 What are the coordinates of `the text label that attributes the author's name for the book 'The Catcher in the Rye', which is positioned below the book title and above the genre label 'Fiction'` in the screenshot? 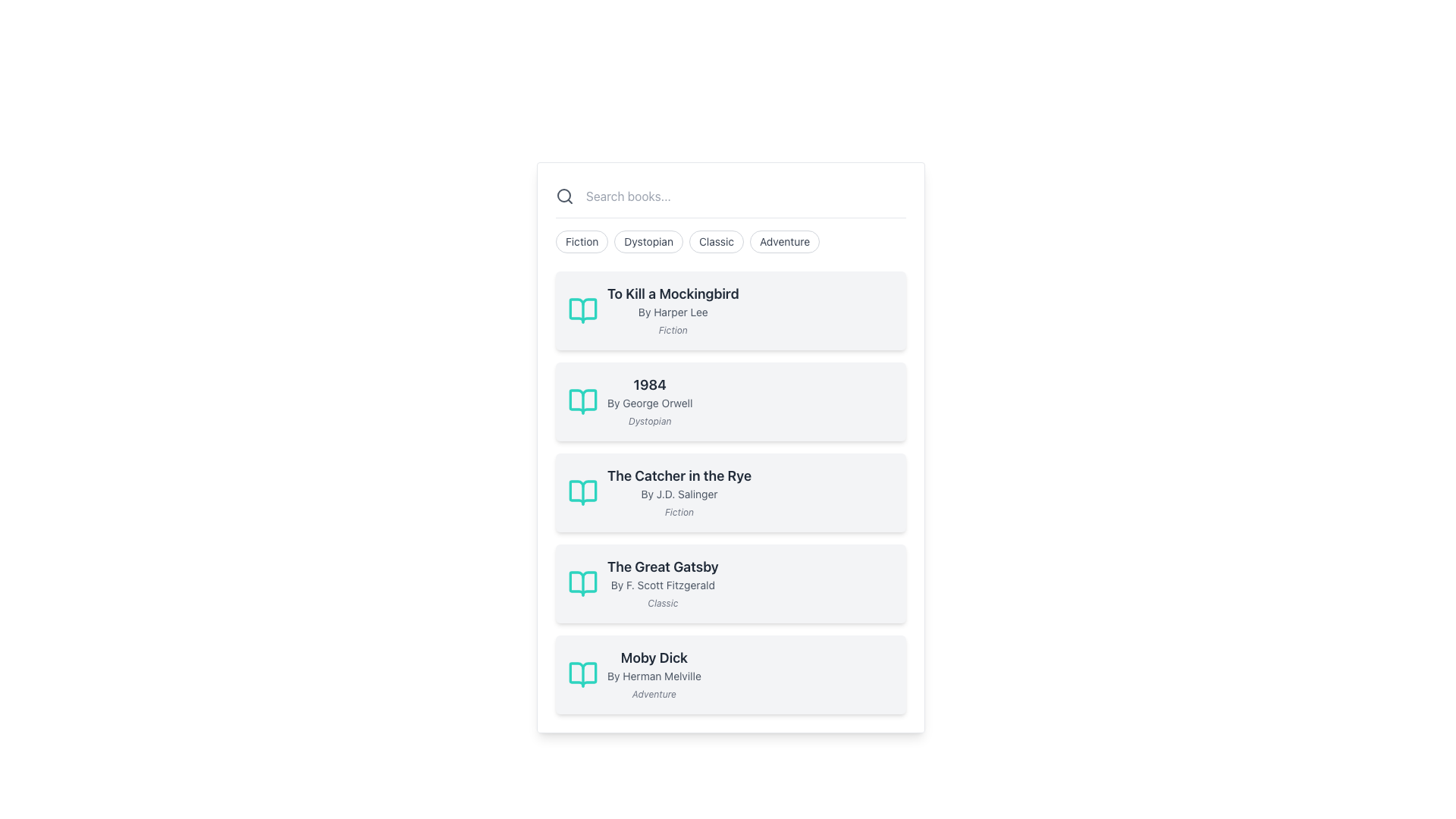 It's located at (679, 494).